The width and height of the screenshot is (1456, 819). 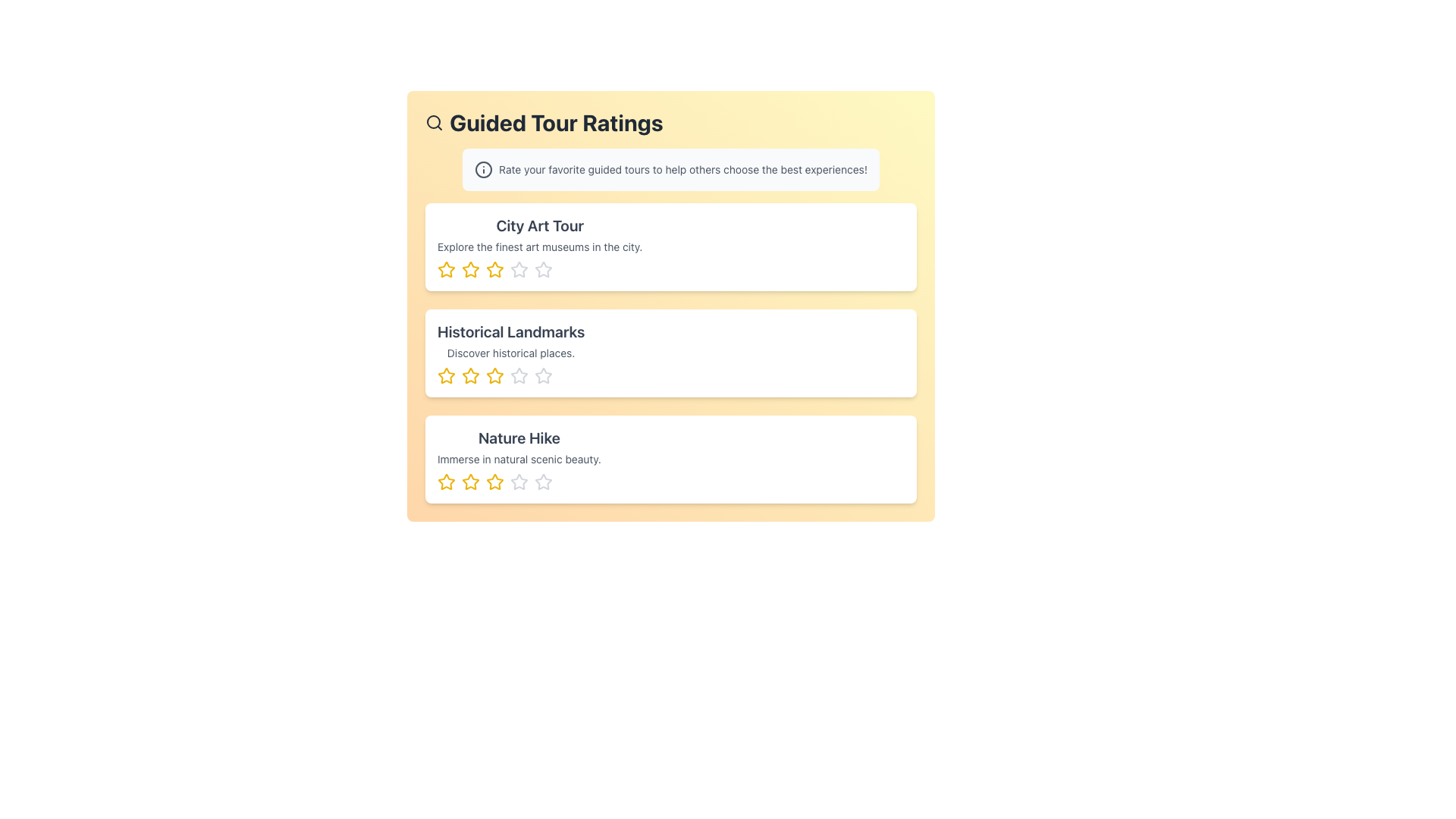 What do you see at coordinates (494, 268) in the screenshot?
I see `the third star icon from the left used for user rating of the 'City Art Tour'` at bounding box center [494, 268].